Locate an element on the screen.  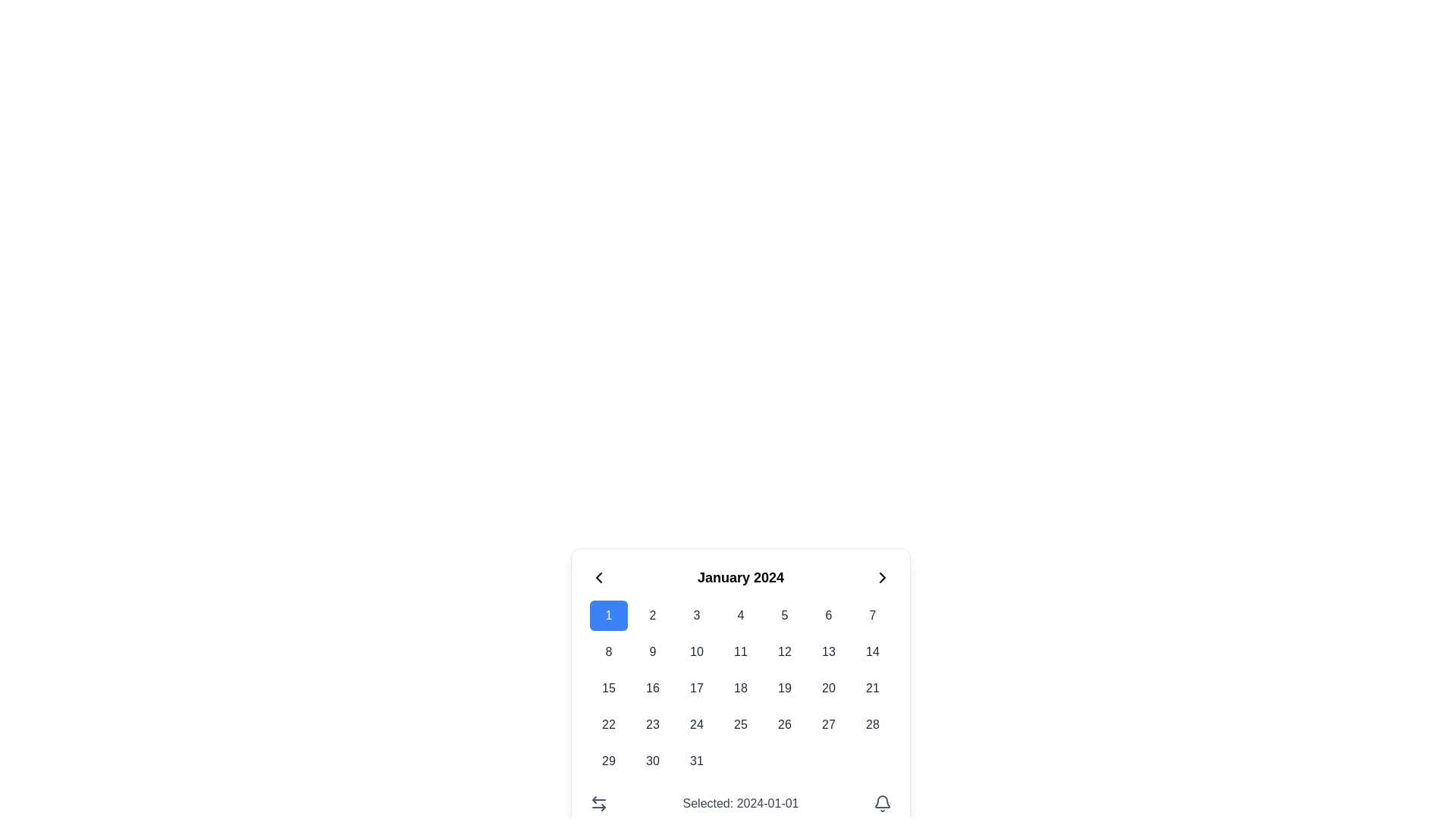
the '18th' day button in the calendar for January 2024 is located at coordinates (741, 688).